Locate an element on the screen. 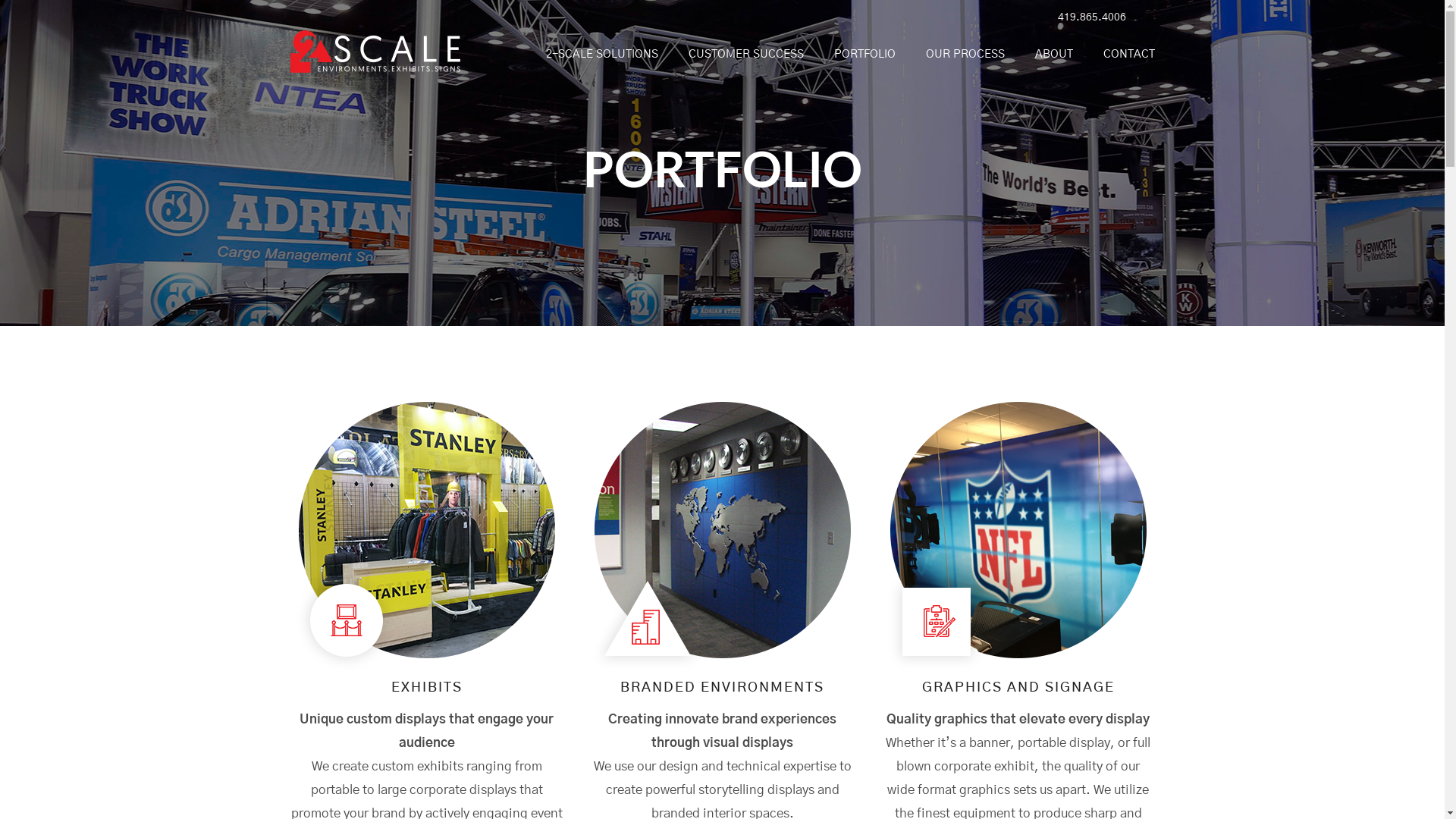 The width and height of the screenshot is (1456, 819). 'CUSTOMER SUCCESS' is located at coordinates (673, 54).